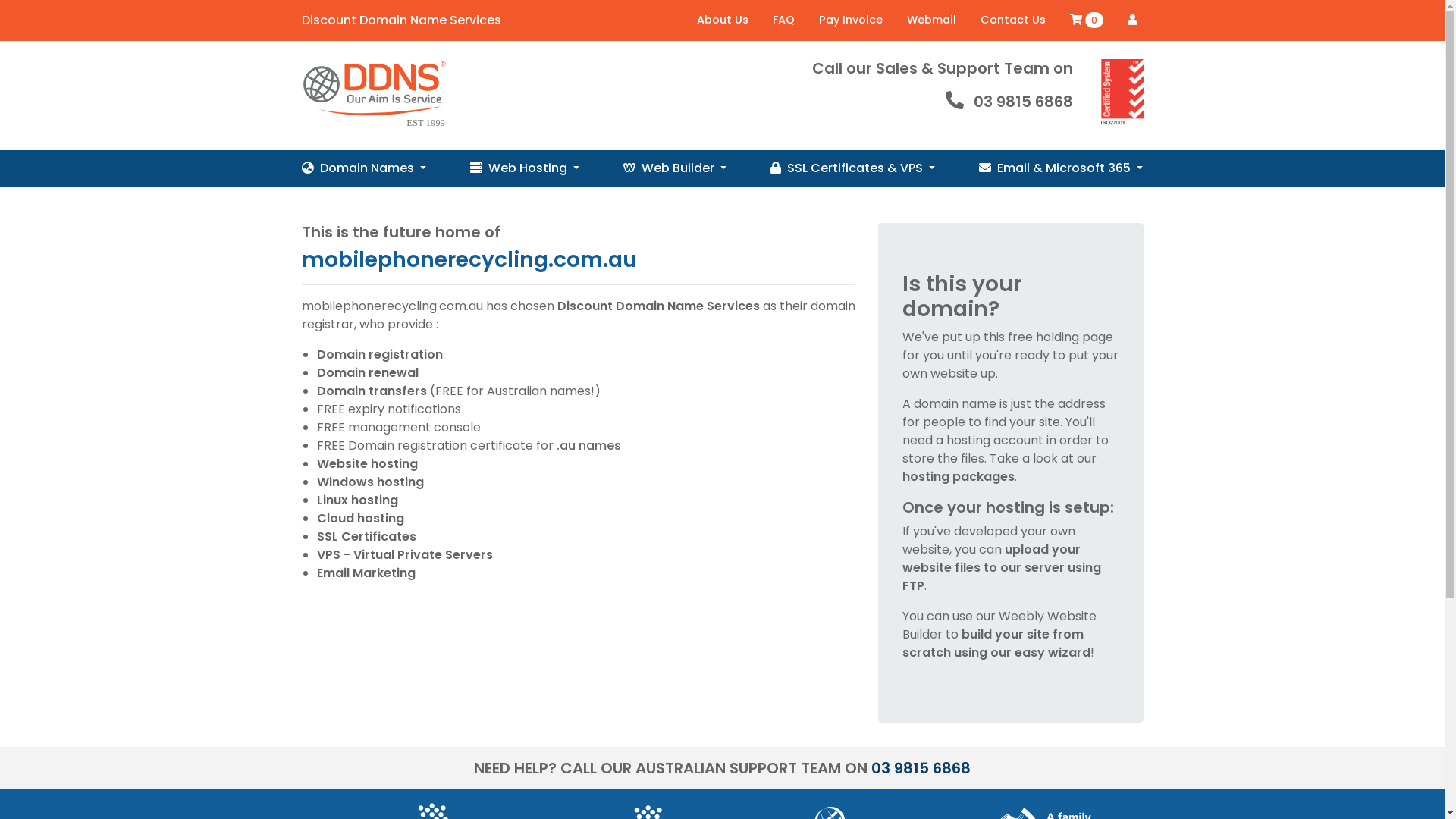 The image size is (1456, 819). I want to click on 'About Us', so click(720, 20).